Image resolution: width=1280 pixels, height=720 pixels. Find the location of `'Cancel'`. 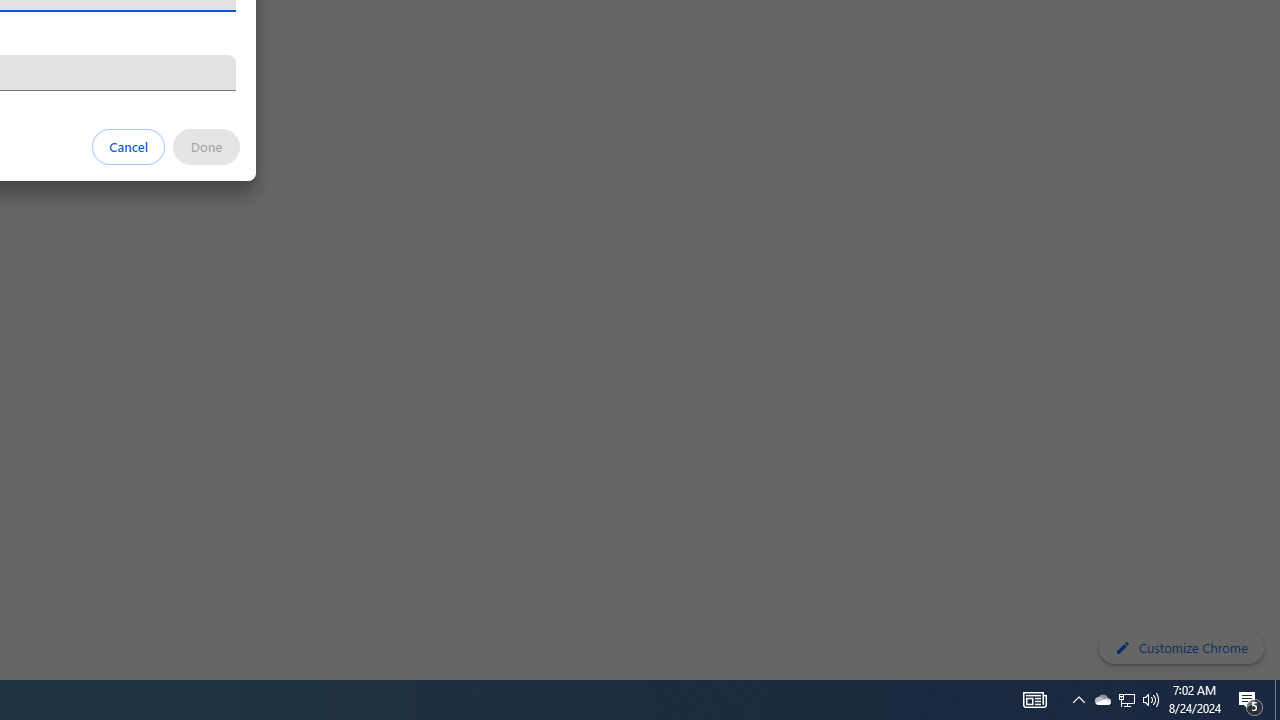

'Cancel' is located at coordinates (128, 145).